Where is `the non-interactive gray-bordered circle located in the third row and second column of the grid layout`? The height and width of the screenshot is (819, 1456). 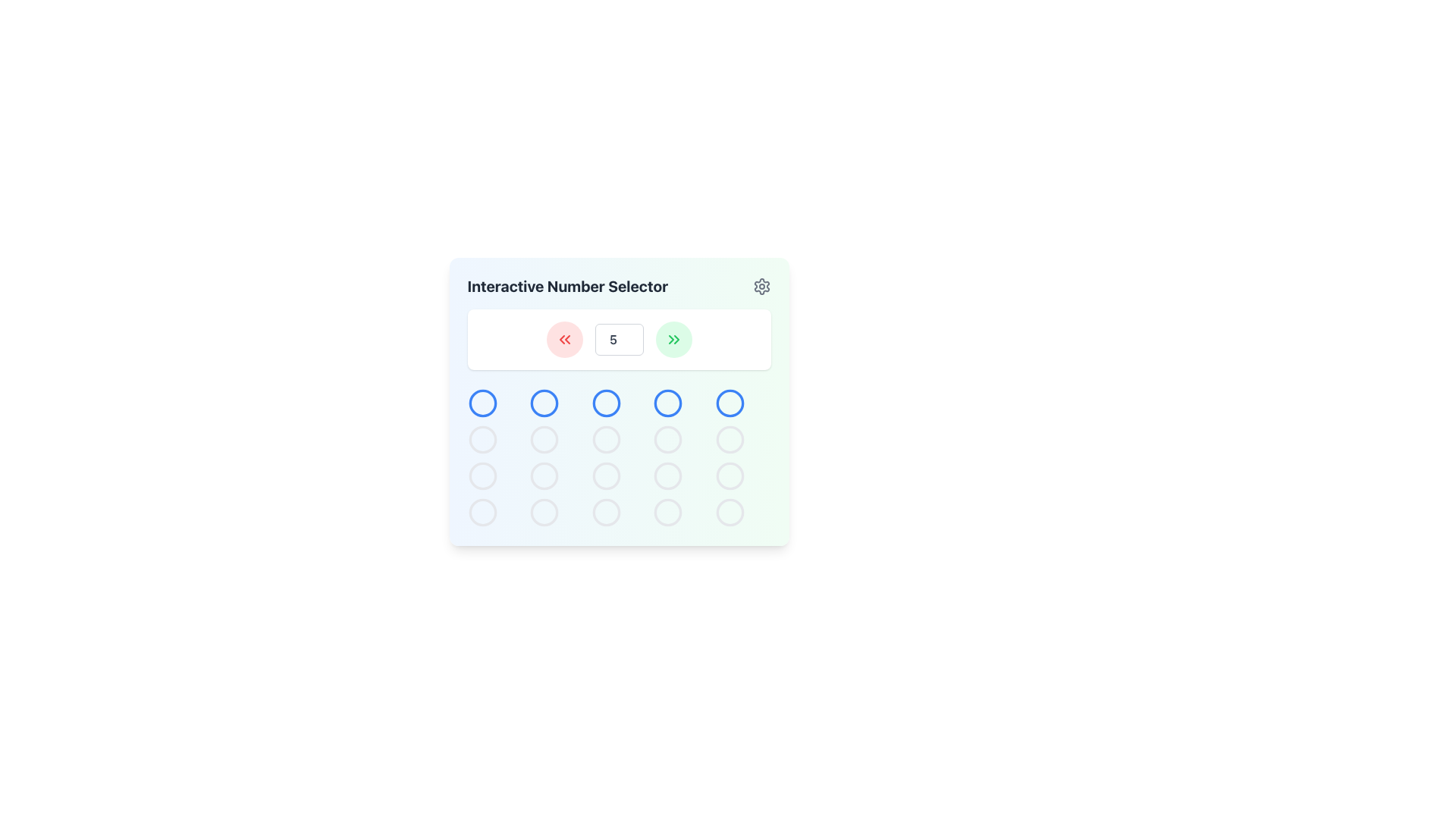 the non-interactive gray-bordered circle located in the third row and second column of the grid layout is located at coordinates (544, 475).